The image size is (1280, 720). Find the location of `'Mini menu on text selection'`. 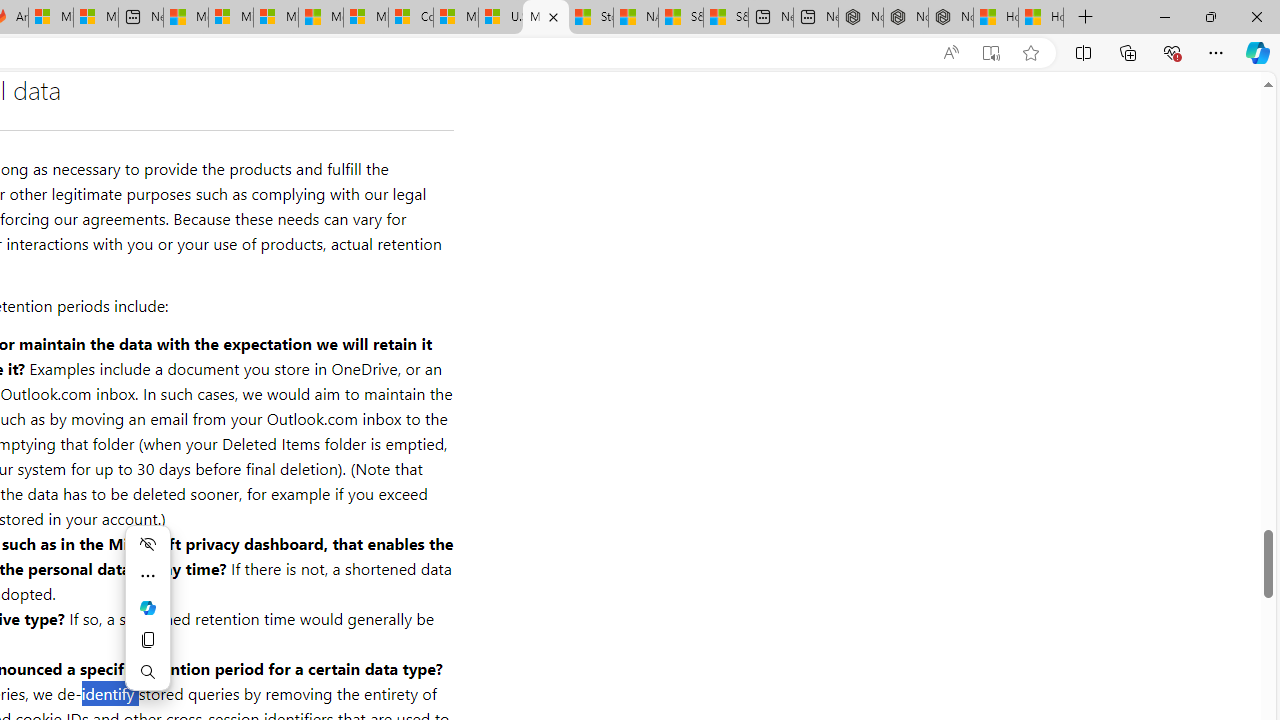

'Mini menu on text selection' is located at coordinates (146, 607).